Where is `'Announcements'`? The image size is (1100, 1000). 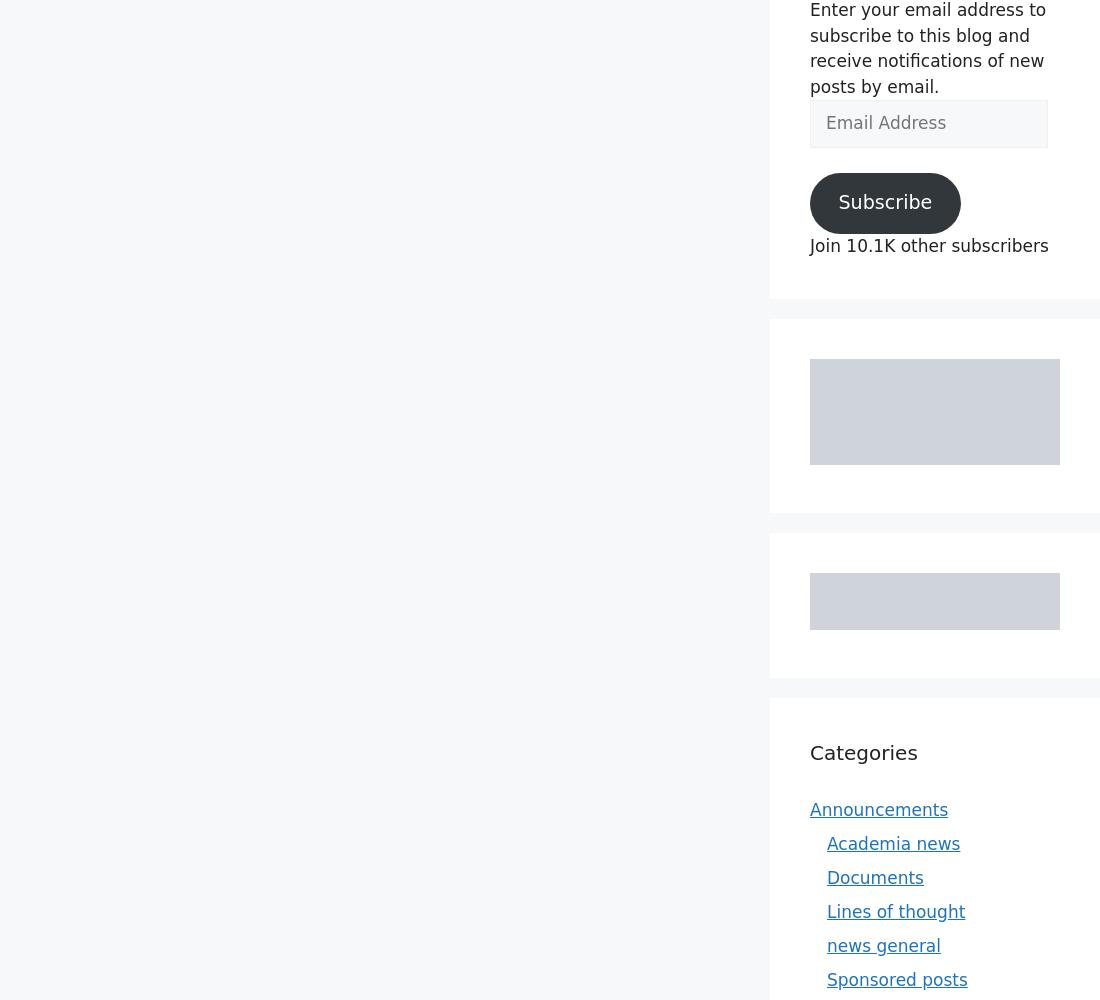 'Announcements' is located at coordinates (878, 809).